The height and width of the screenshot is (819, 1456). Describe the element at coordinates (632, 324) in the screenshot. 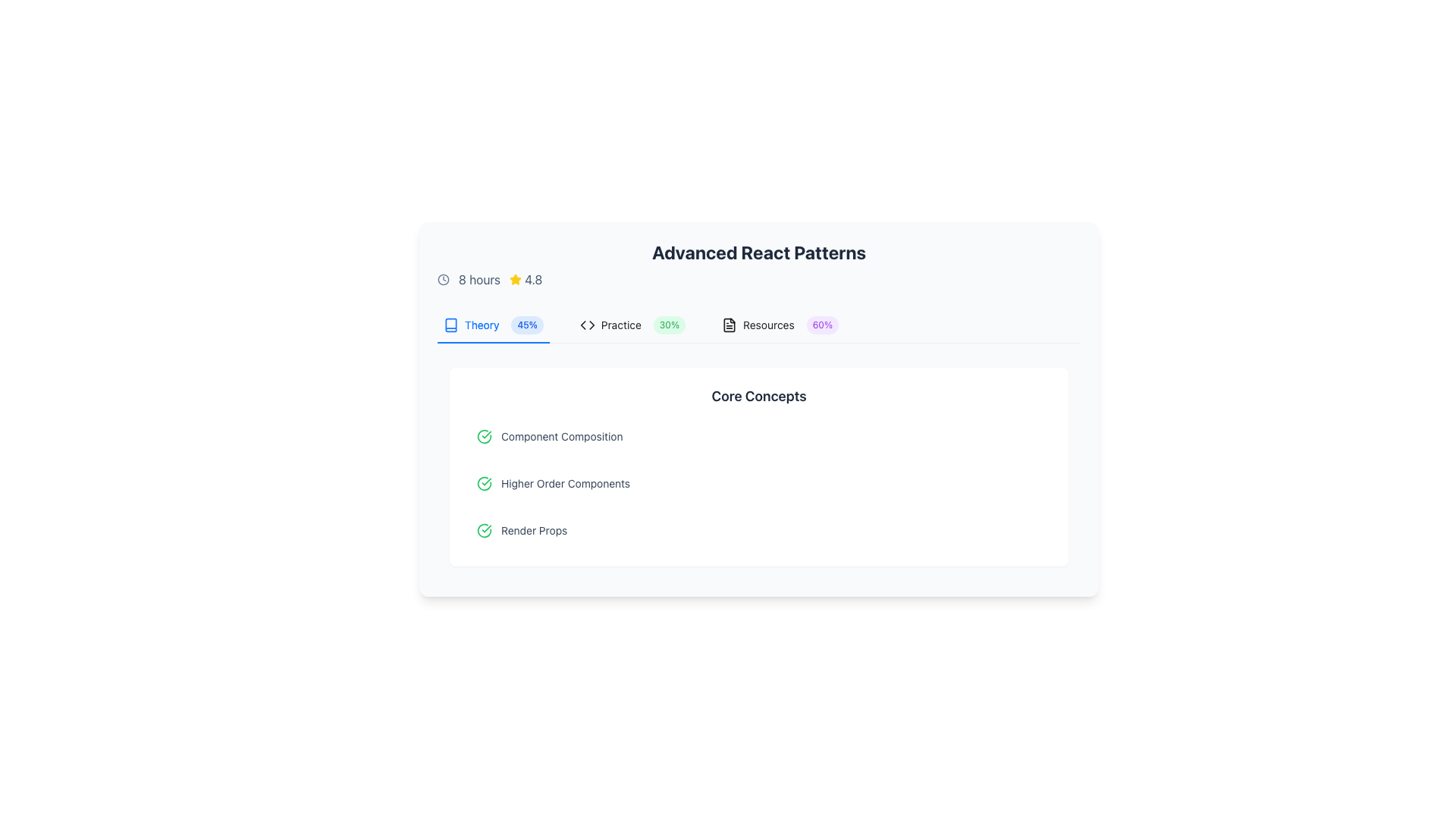

I see `the 'Practice' tab button, which is the second tab in the horizontal tab group` at that location.